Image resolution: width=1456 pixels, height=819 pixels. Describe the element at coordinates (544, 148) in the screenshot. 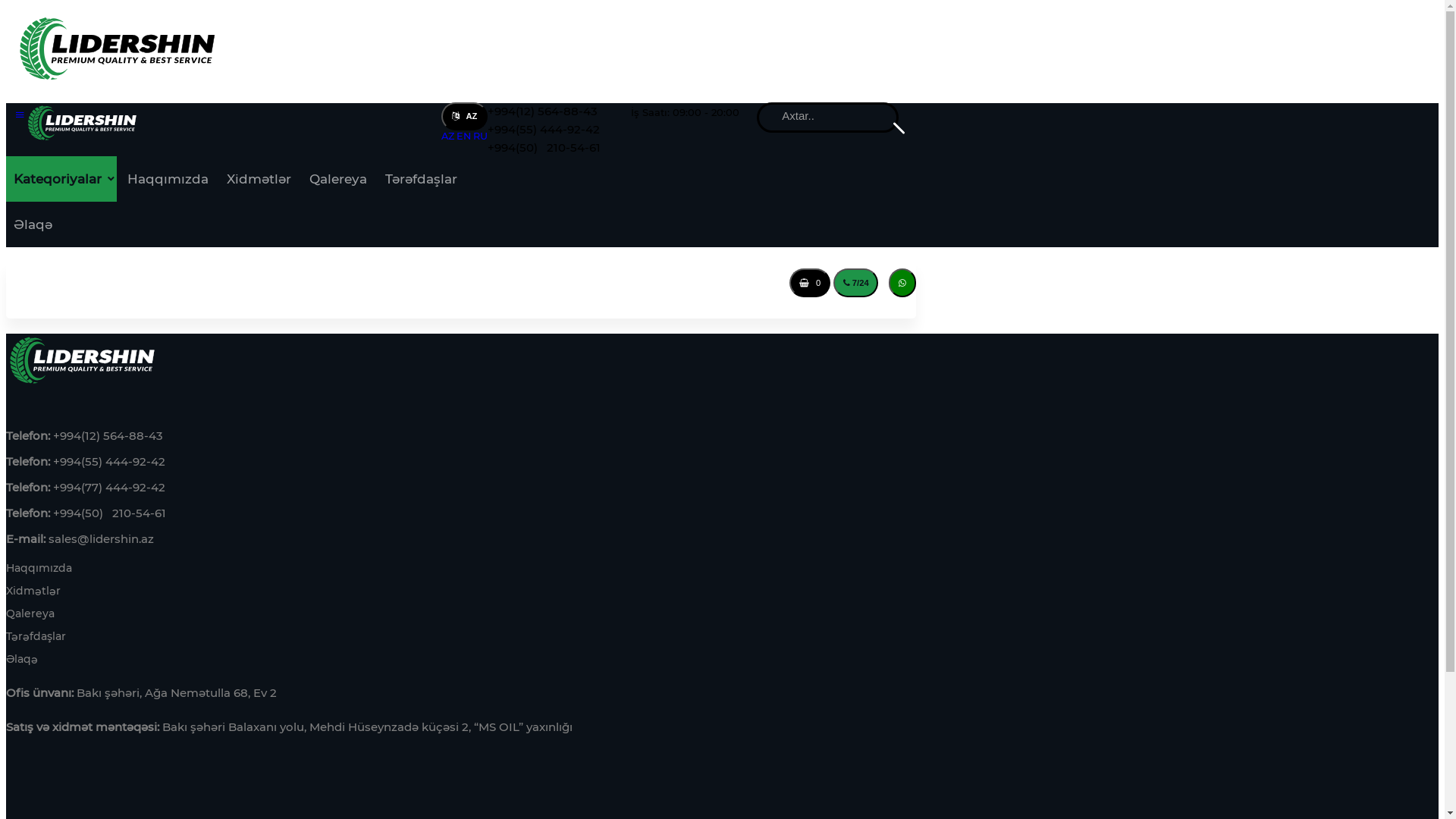

I see `'+994(50)   210-54-61'` at that location.